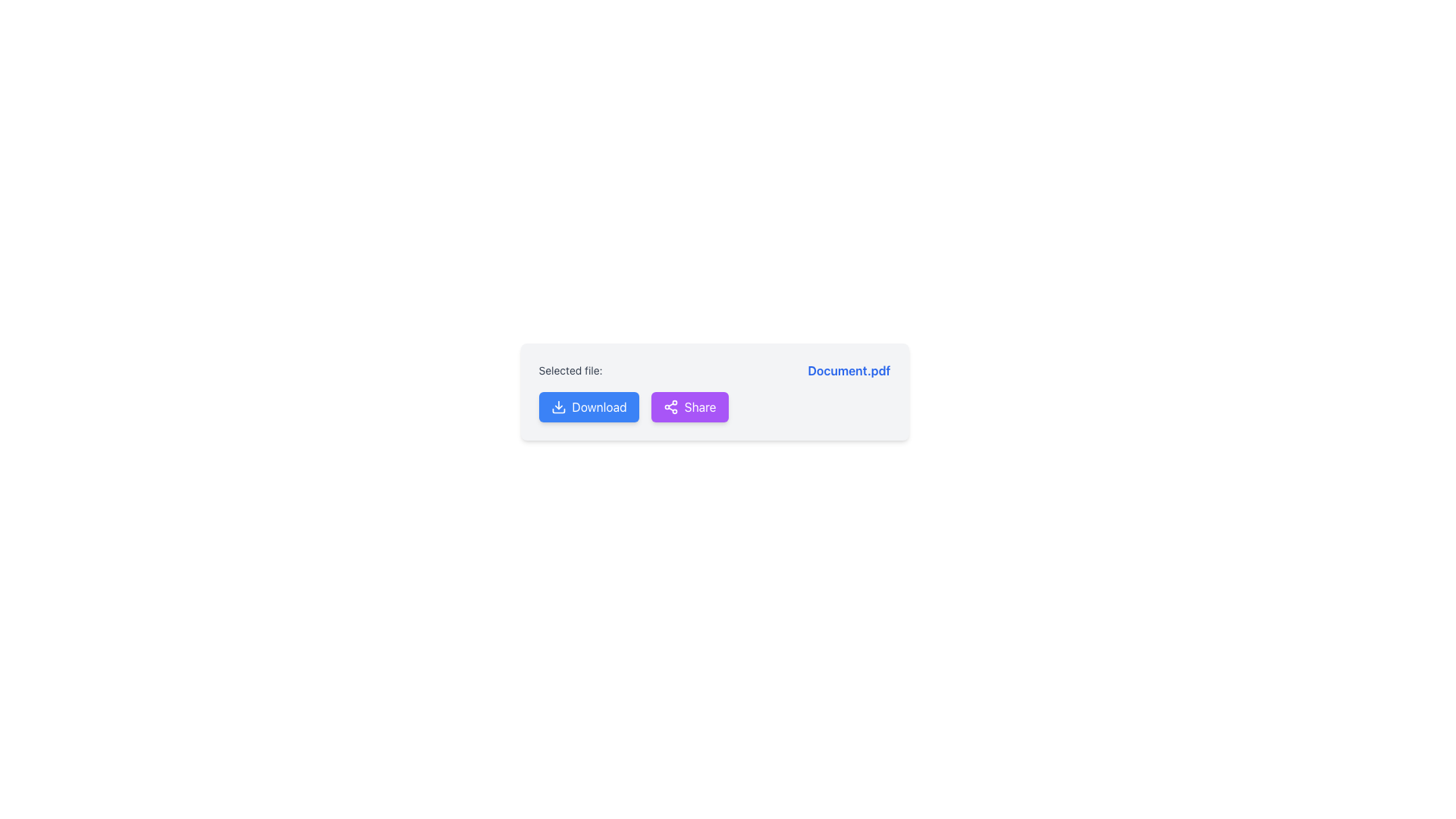 This screenshot has height=819, width=1456. I want to click on the purple 'Share' button with rounded corners, labeled 'Share' in white, to initiate sharing, so click(714, 391).